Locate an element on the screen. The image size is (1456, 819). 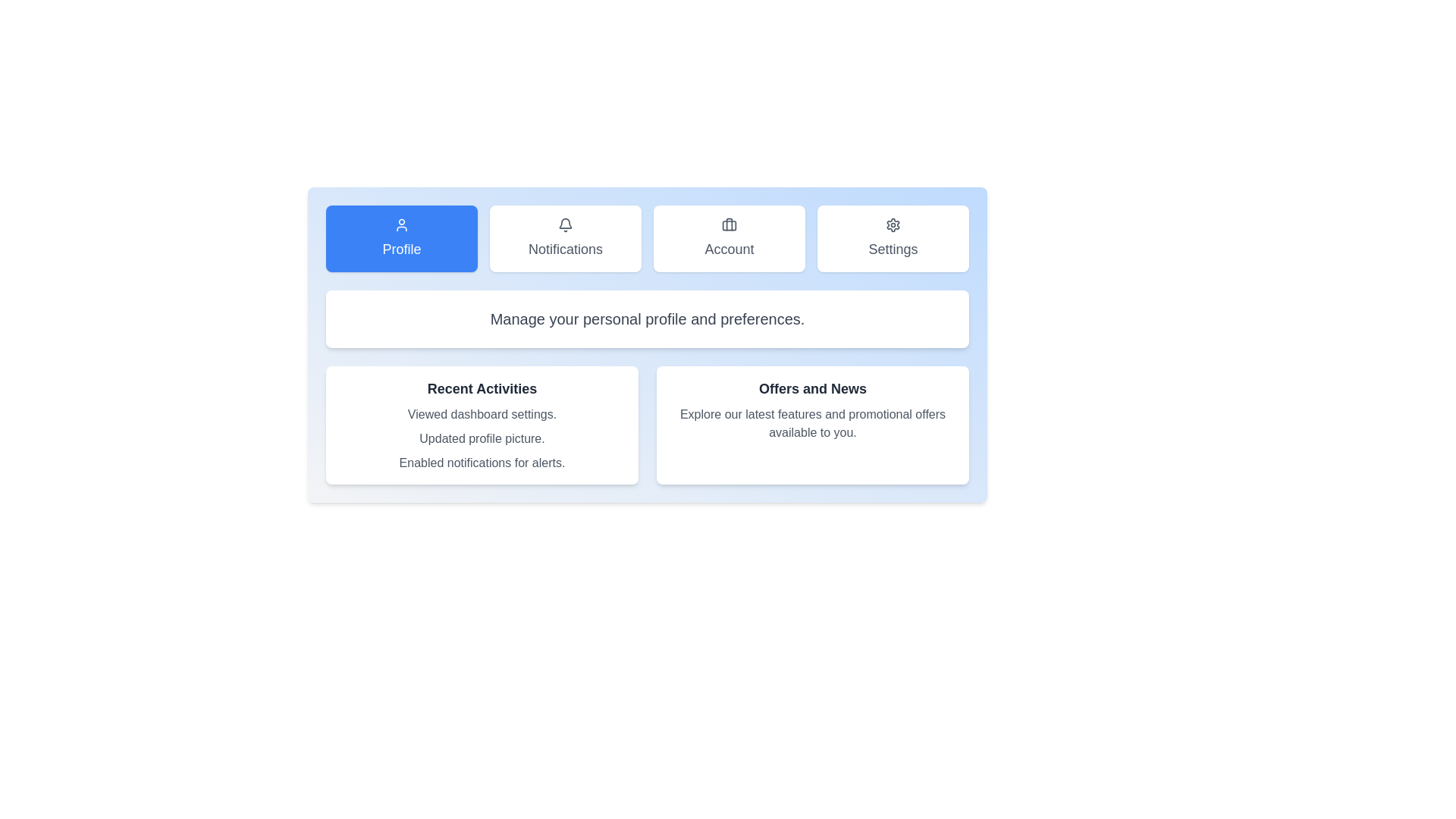
the static text element that displays 'Viewed dashboard settings.' located in the 'Recent Activities' section is located at coordinates (481, 415).